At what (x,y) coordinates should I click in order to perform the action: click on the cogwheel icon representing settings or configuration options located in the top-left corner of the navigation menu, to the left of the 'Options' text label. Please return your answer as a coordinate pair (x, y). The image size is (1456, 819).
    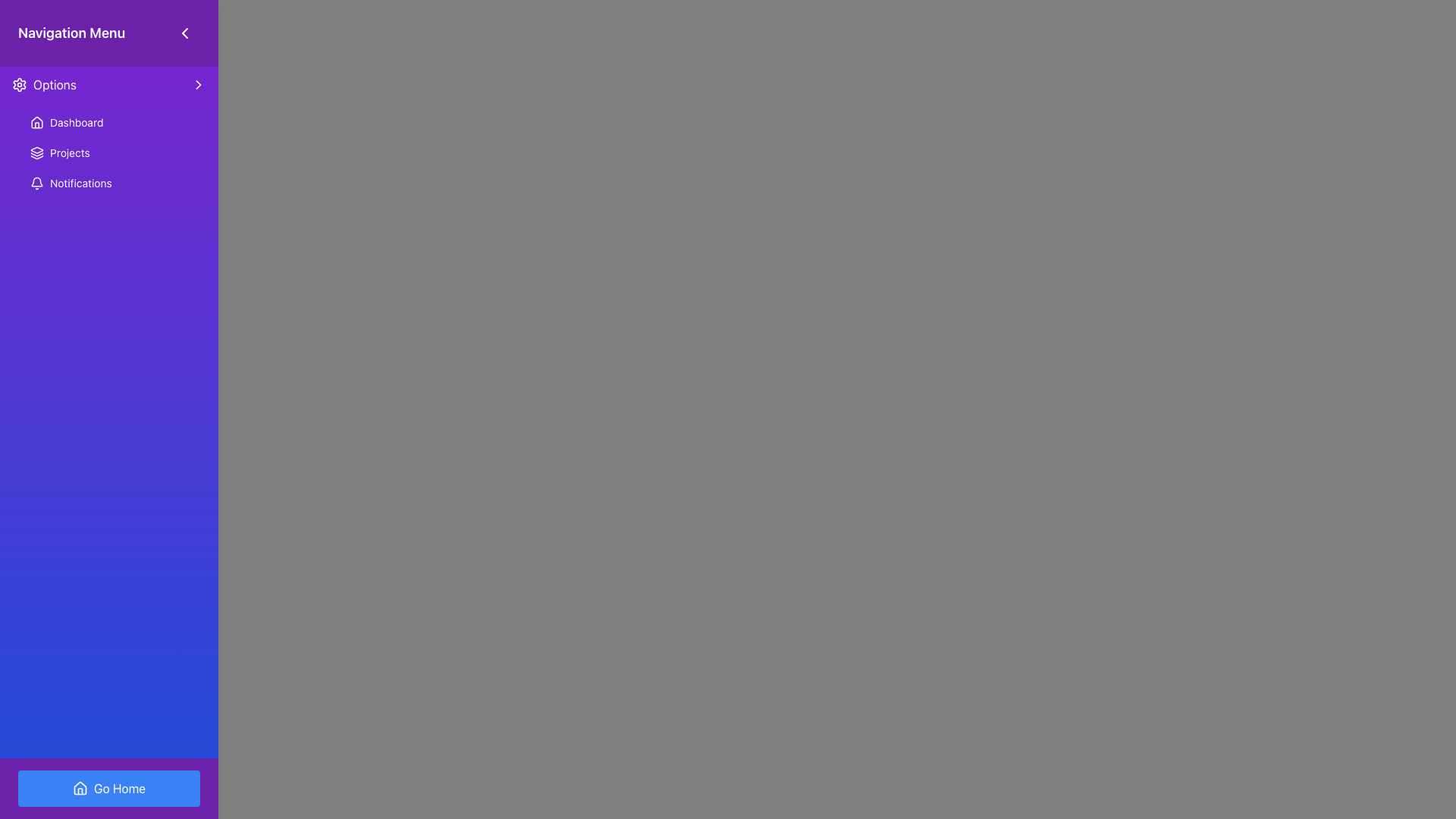
    Looking at the image, I should click on (19, 84).